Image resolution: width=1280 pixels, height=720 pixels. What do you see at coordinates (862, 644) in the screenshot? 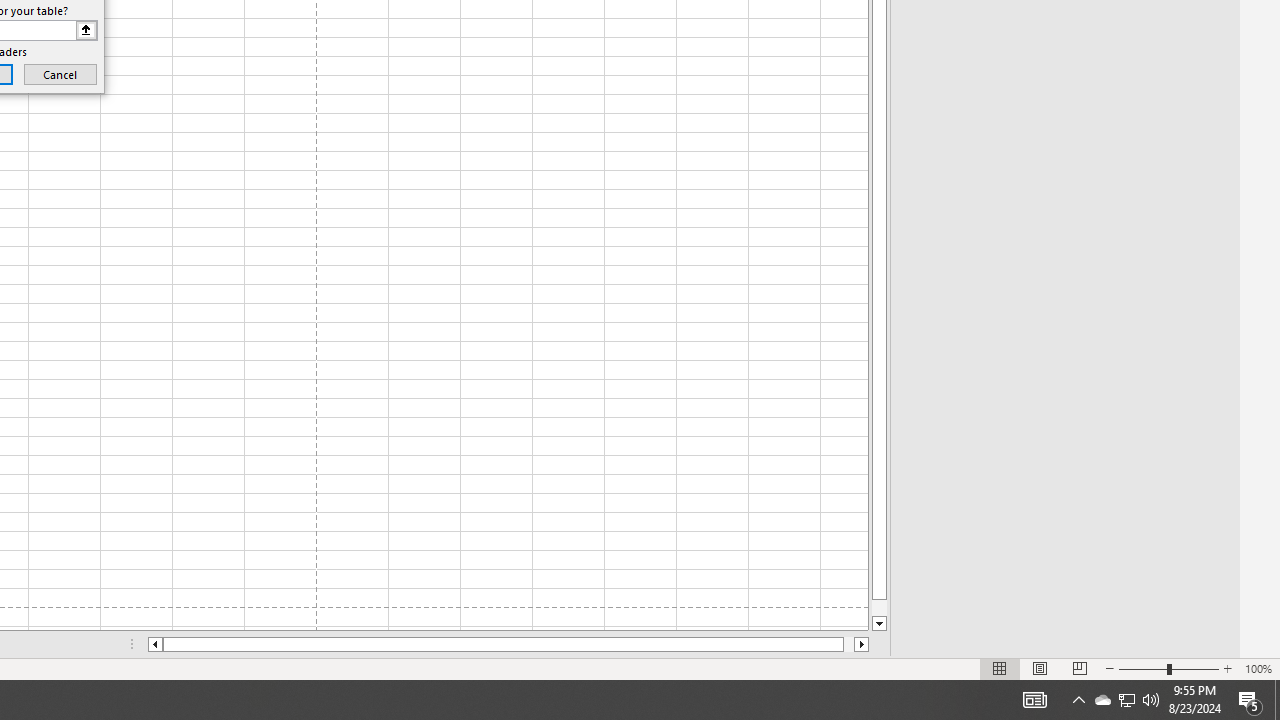
I see `'Column right'` at bounding box center [862, 644].